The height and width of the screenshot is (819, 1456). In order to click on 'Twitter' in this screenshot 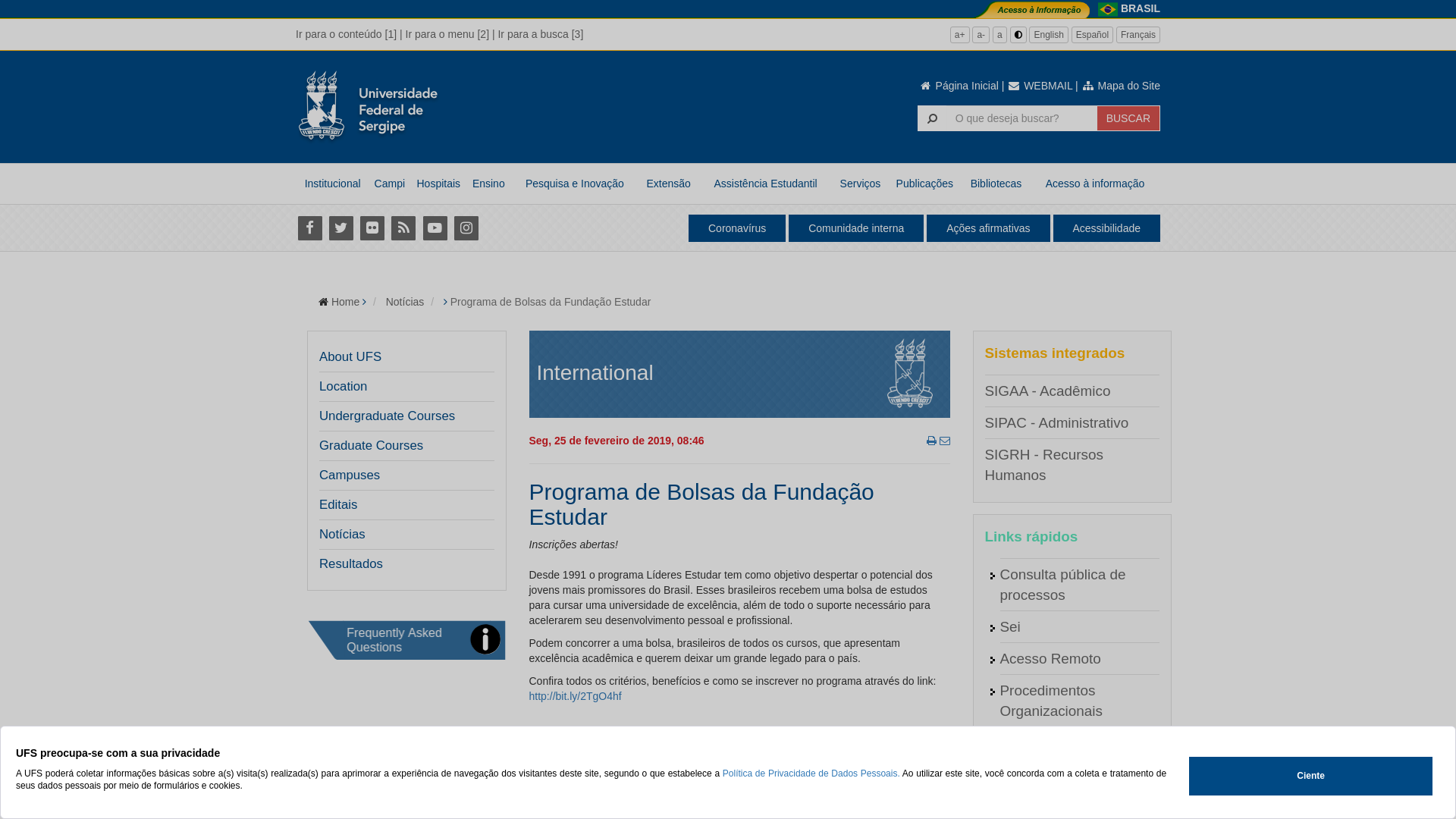, I will do `click(340, 227)`.